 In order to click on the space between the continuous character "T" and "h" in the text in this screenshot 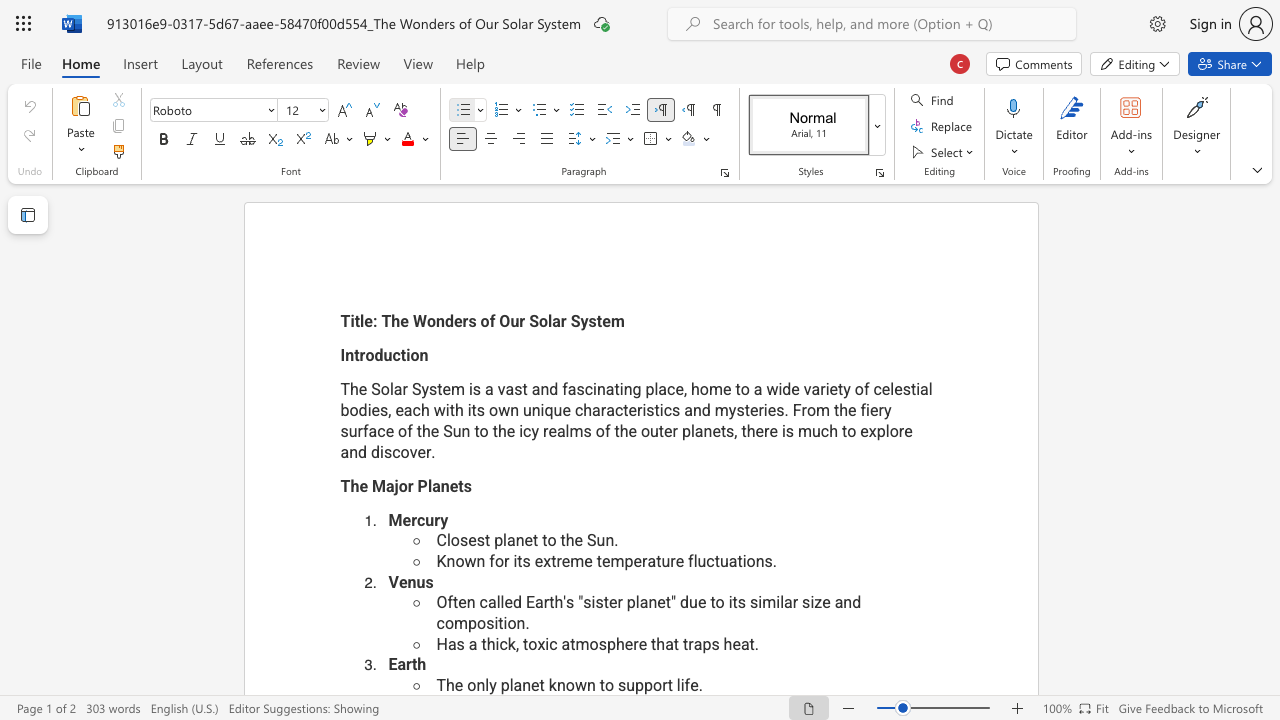, I will do `click(444, 684)`.